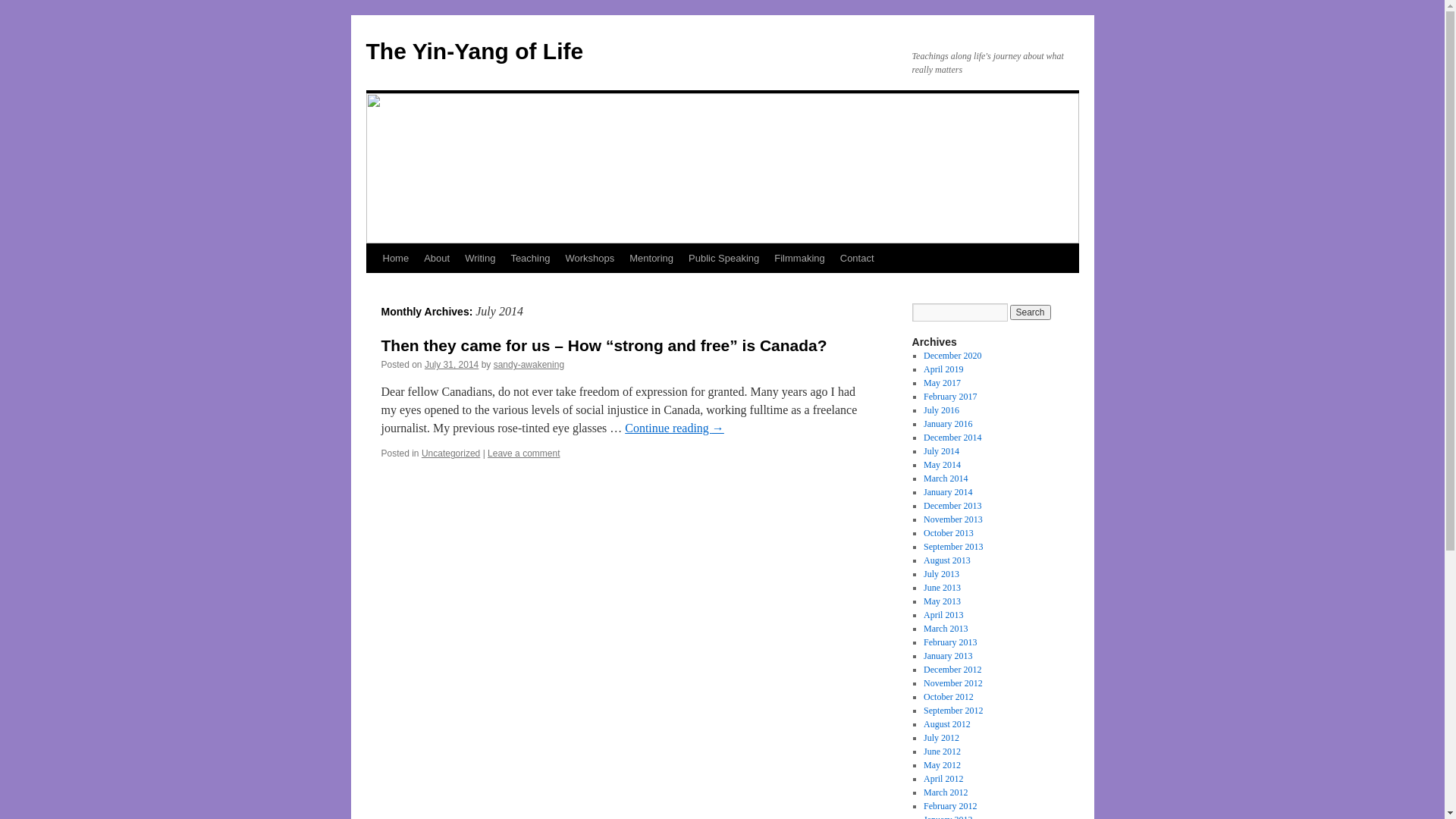  What do you see at coordinates (952, 356) in the screenshot?
I see `'December 2020'` at bounding box center [952, 356].